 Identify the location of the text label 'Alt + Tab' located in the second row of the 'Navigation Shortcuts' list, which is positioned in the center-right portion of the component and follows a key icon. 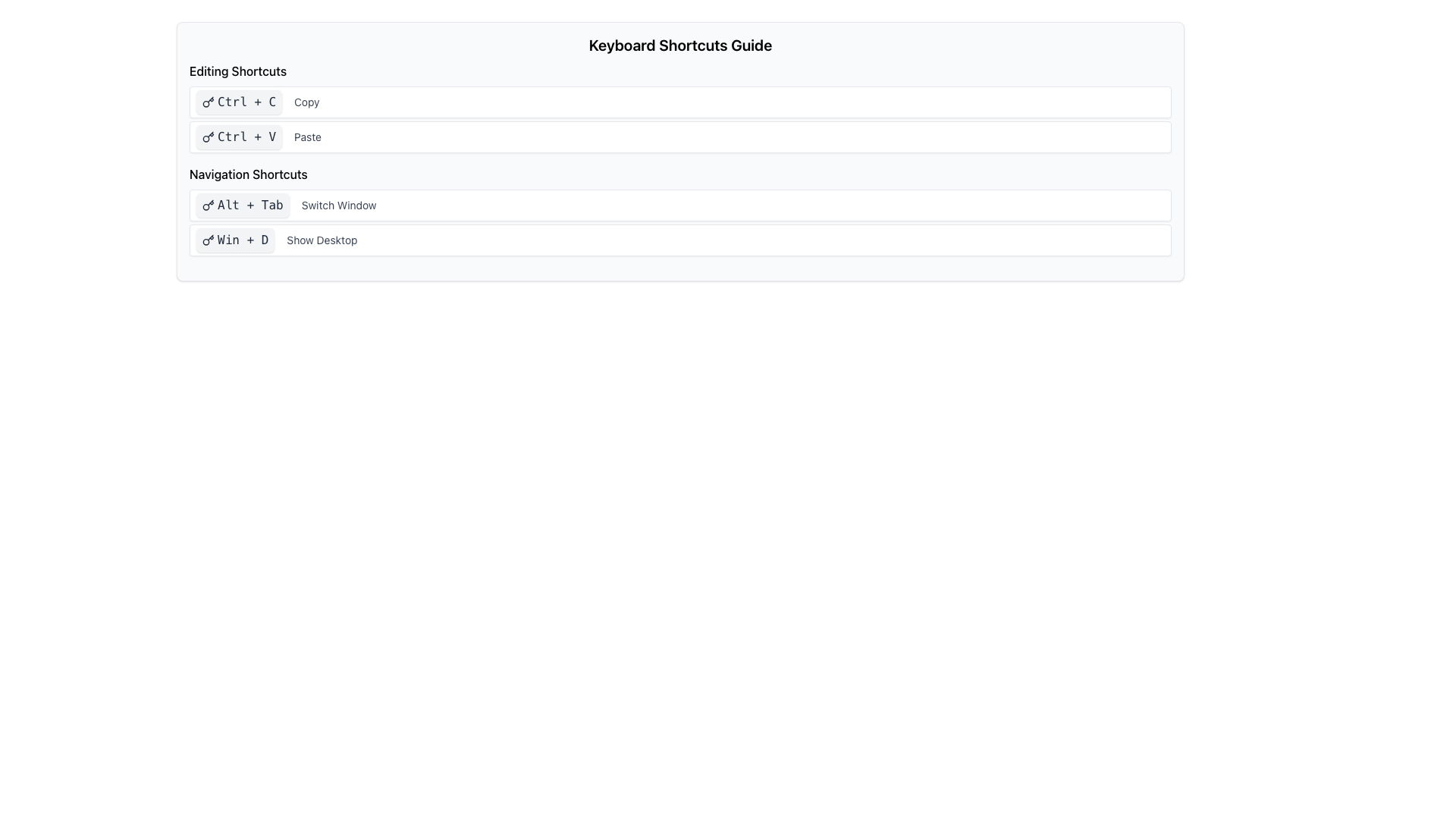
(250, 205).